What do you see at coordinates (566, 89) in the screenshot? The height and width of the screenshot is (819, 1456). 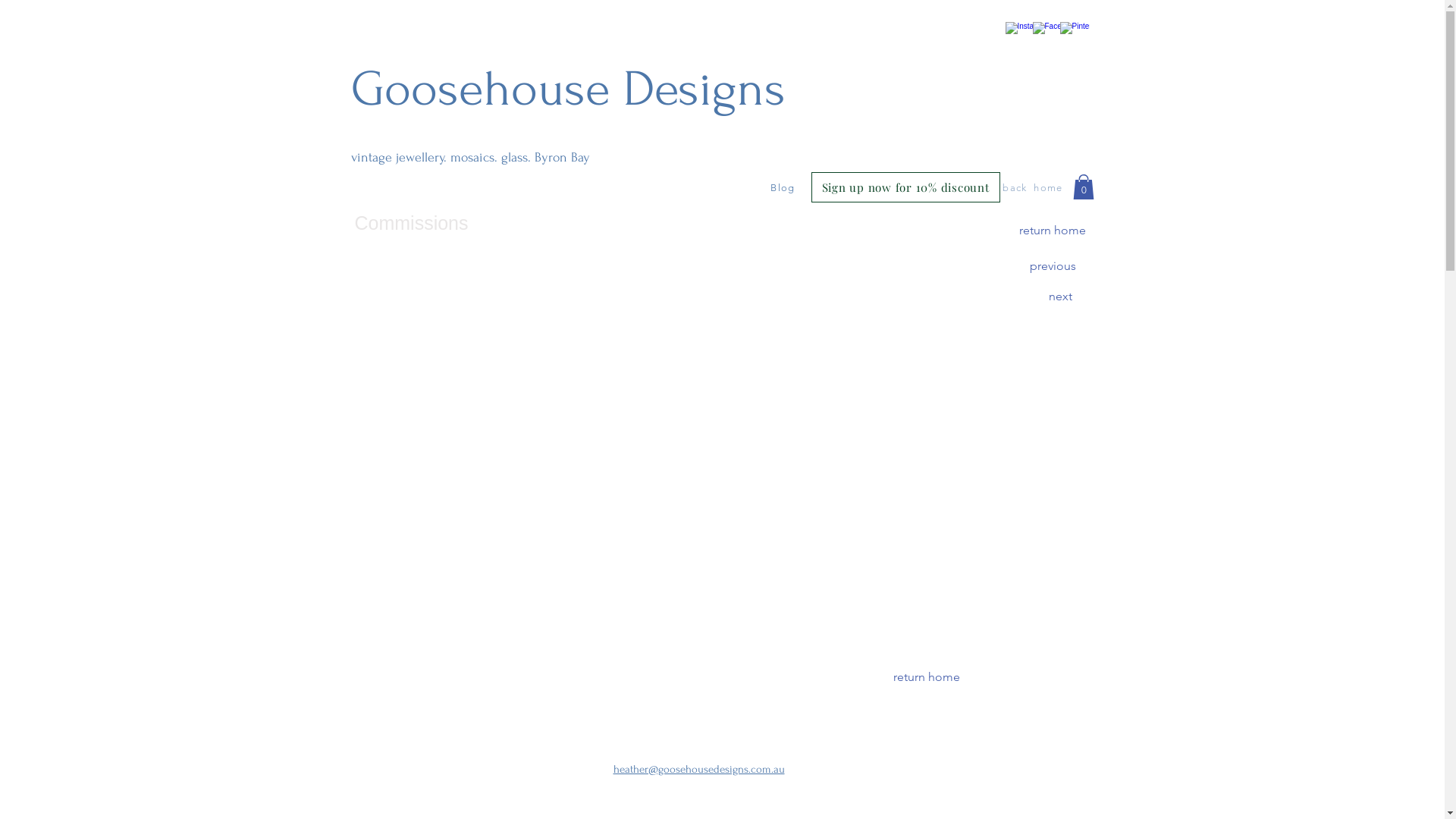 I see `'Goosehouse Designs'` at bounding box center [566, 89].